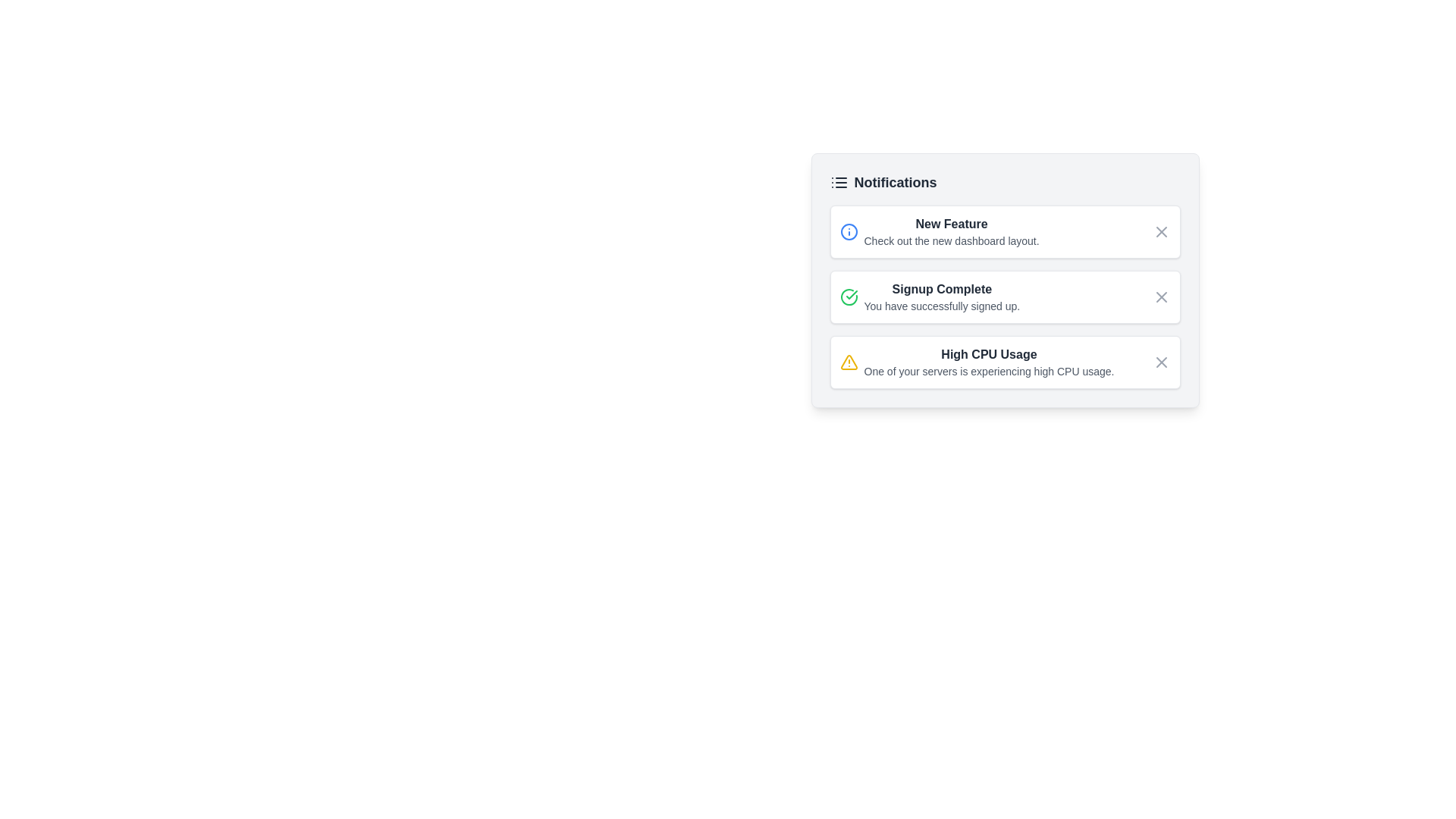  I want to click on the button, so click(1160, 362).